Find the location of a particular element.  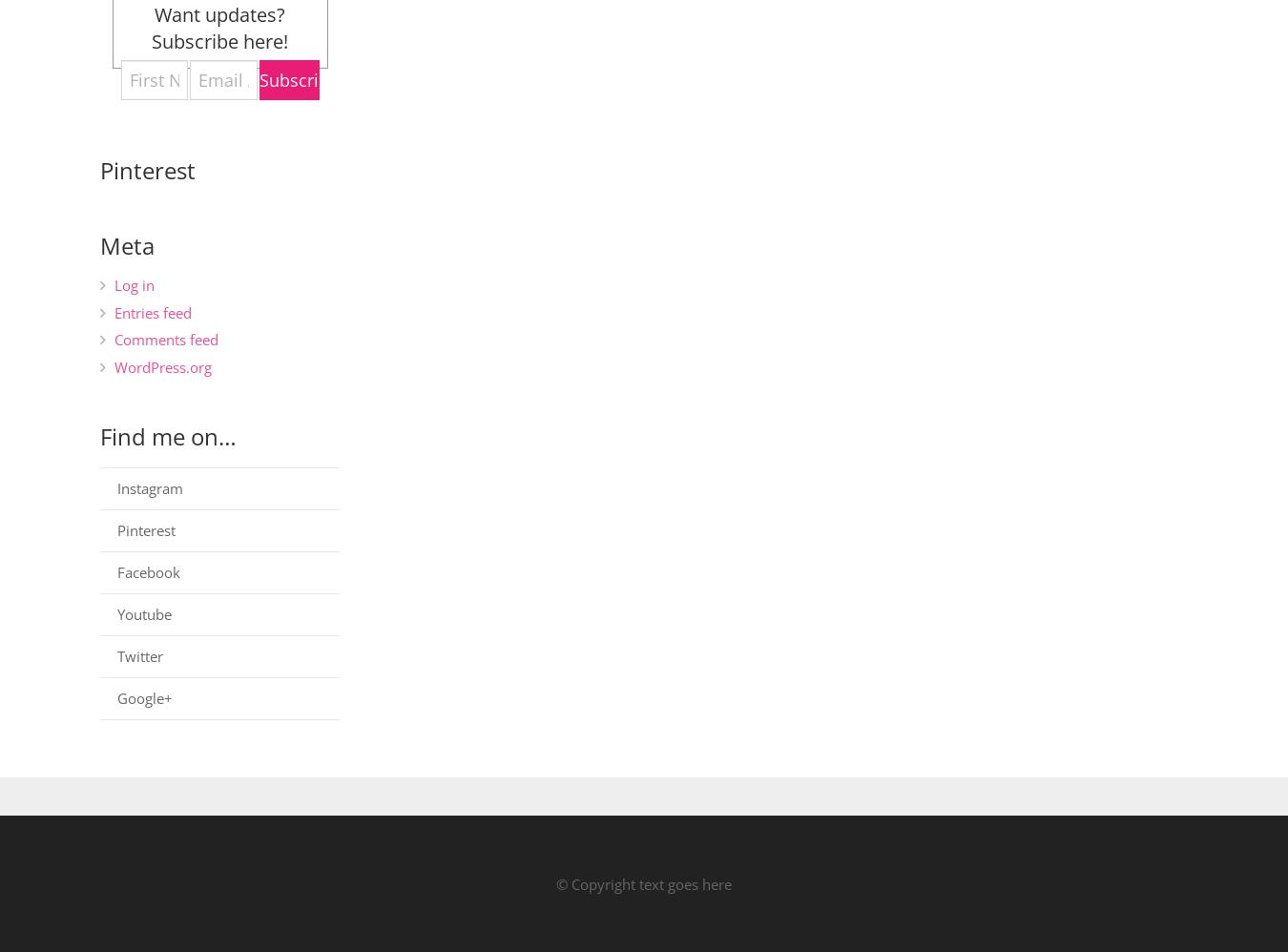

'Facebook' is located at coordinates (116, 569).